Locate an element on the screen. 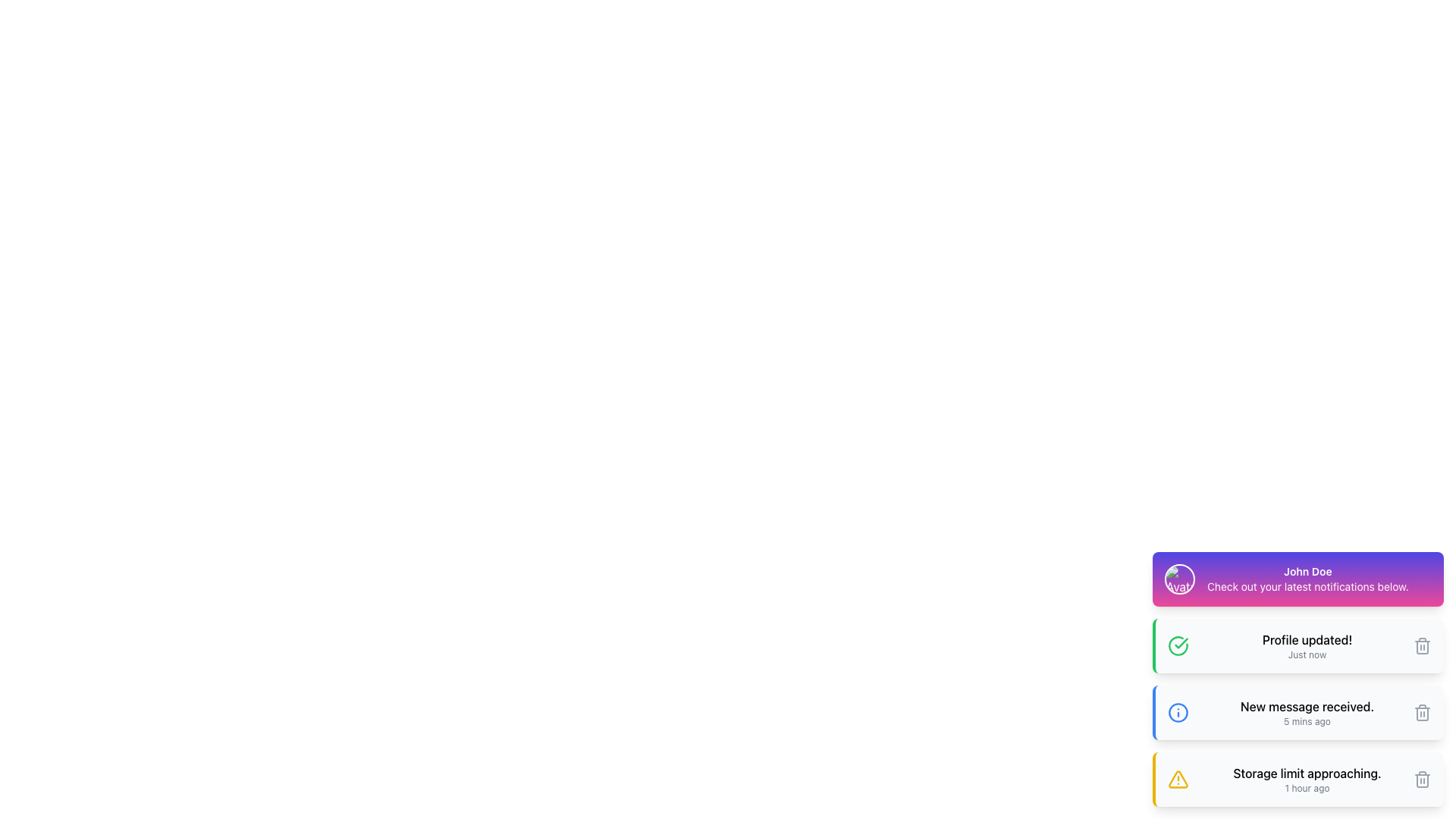 This screenshot has width=1456, height=819. the information indicator icon located to the left of the notification content for 'New message received.' is located at coordinates (1178, 713).